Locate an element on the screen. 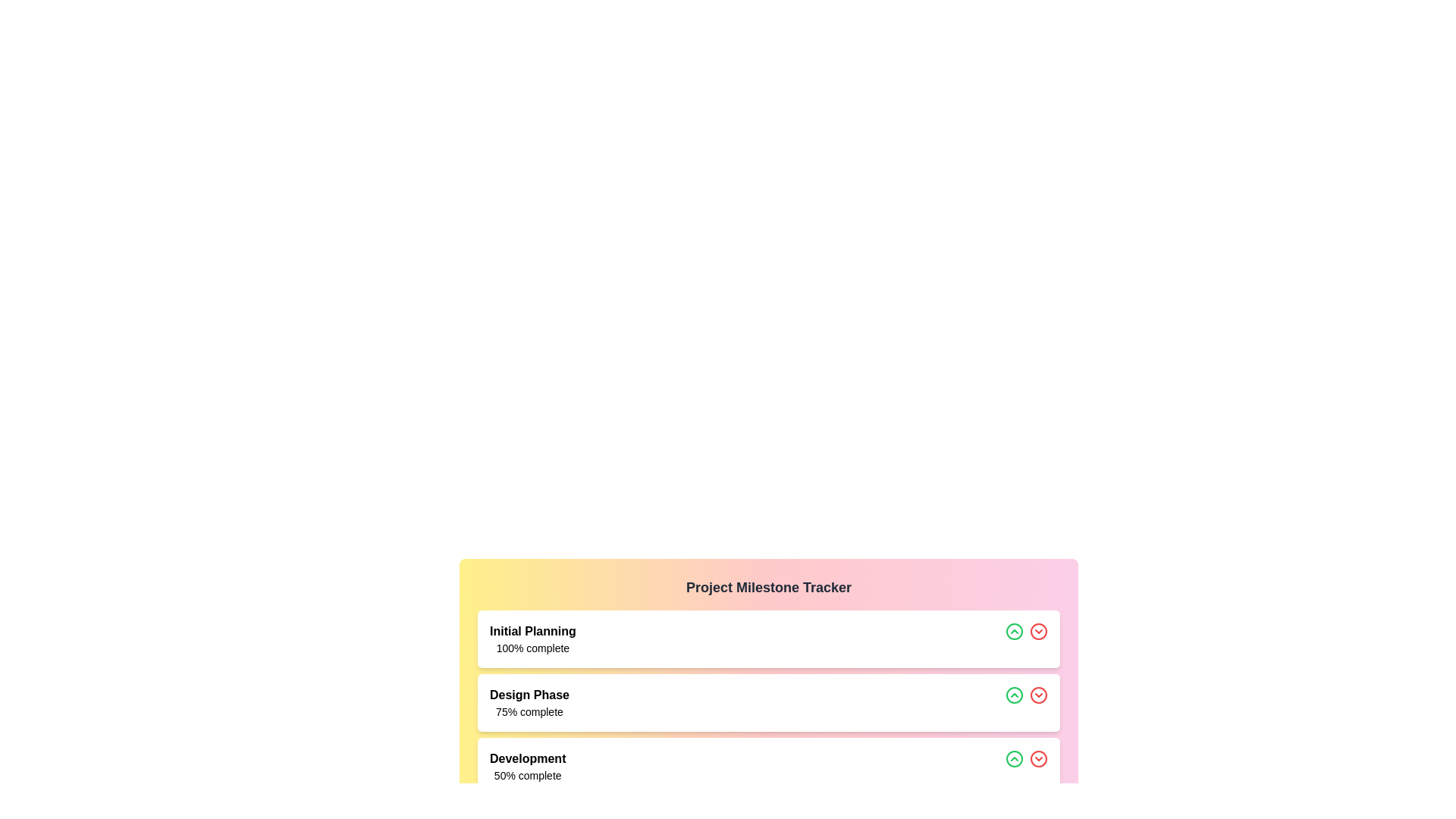  the first button in the control section at the right of the 'Development' milestone is located at coordinates (1015, 759).